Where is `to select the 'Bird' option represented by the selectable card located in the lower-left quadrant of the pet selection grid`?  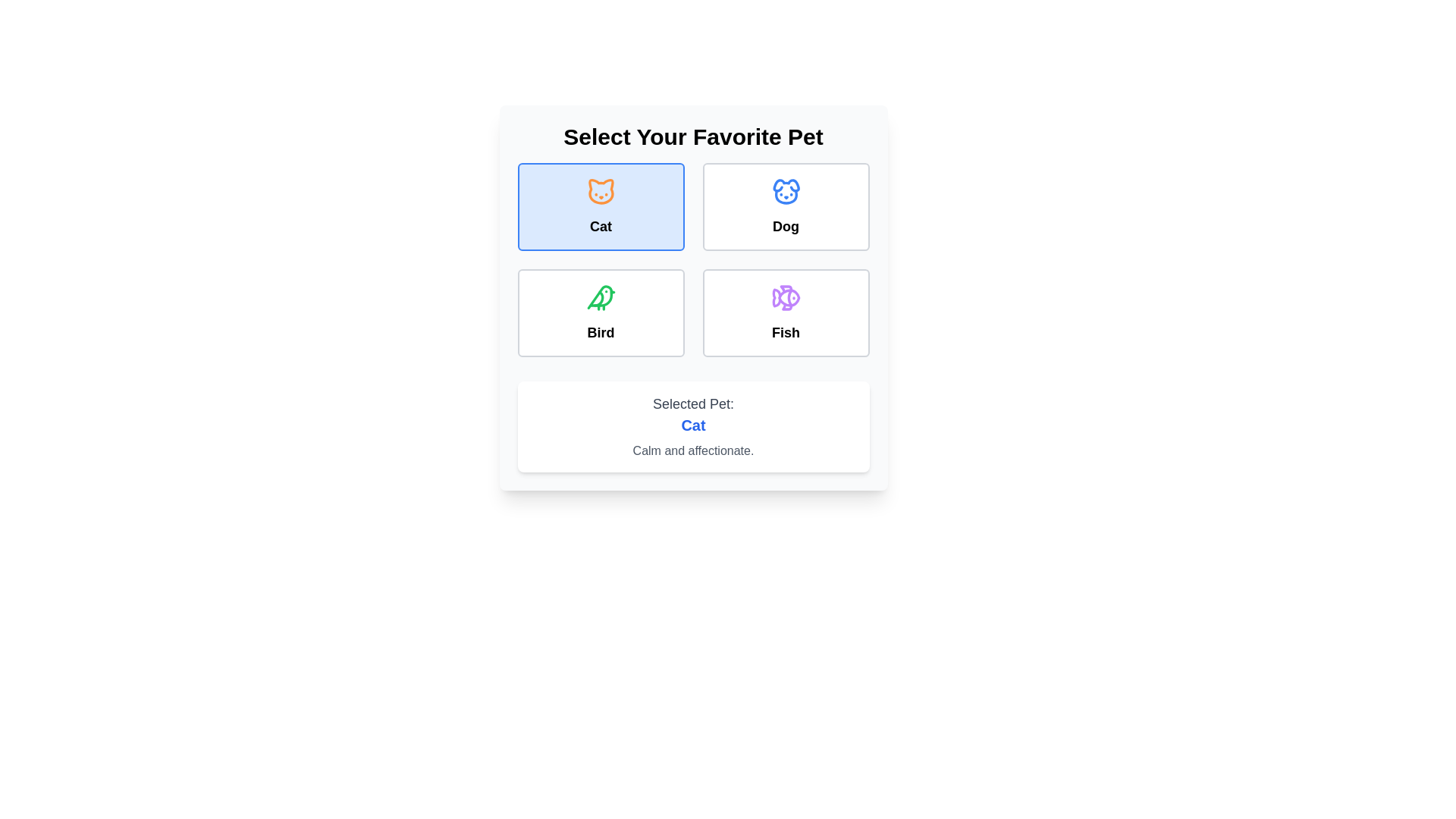 to select the 'Bird' option represented by the selectable card located in the lower-left quadrant of the pet selection grid is located at coordinates (600, 312).